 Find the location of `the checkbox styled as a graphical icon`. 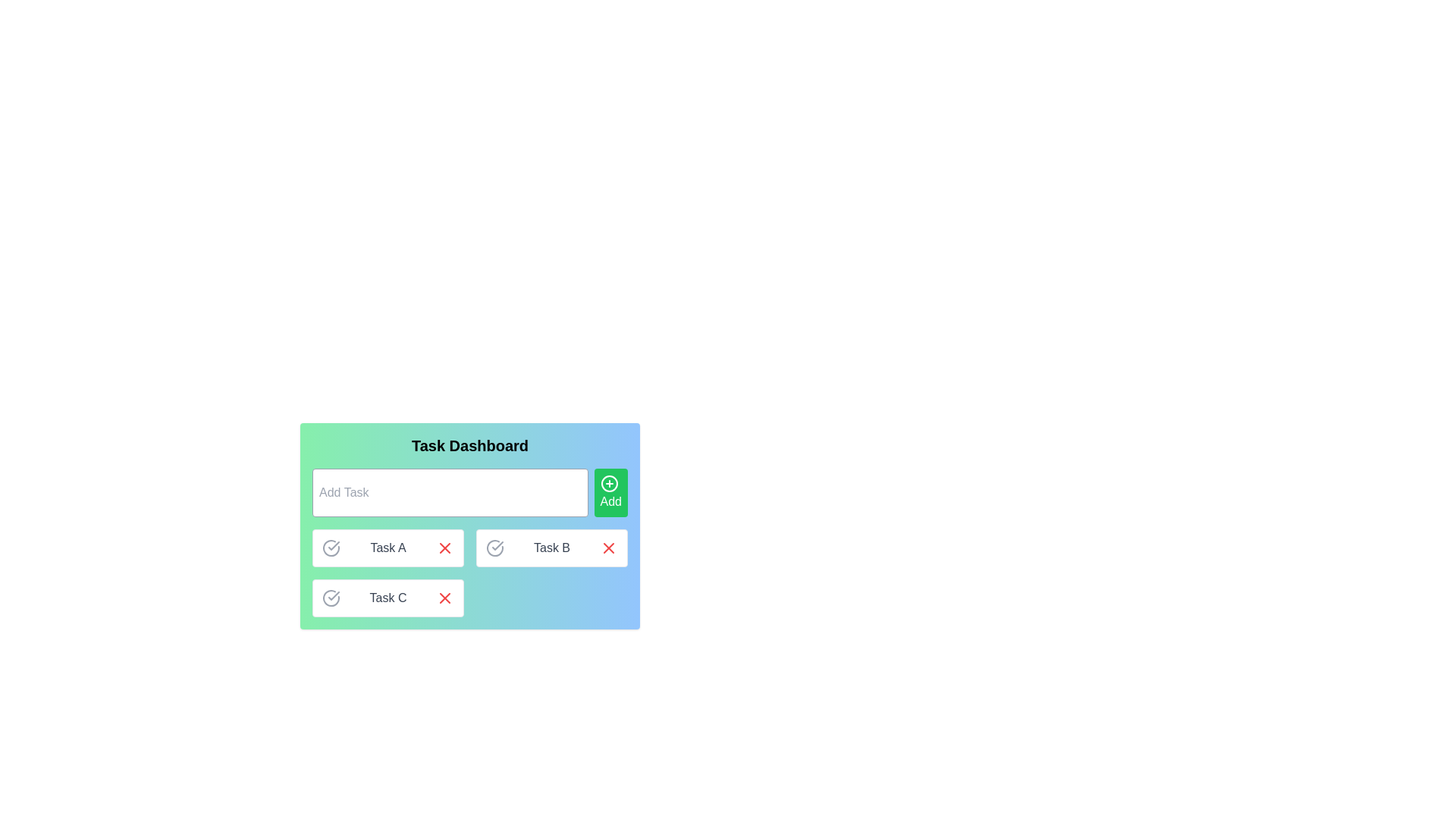

the checkbox styled as a graphical icon is located at coordinates (330, 598).